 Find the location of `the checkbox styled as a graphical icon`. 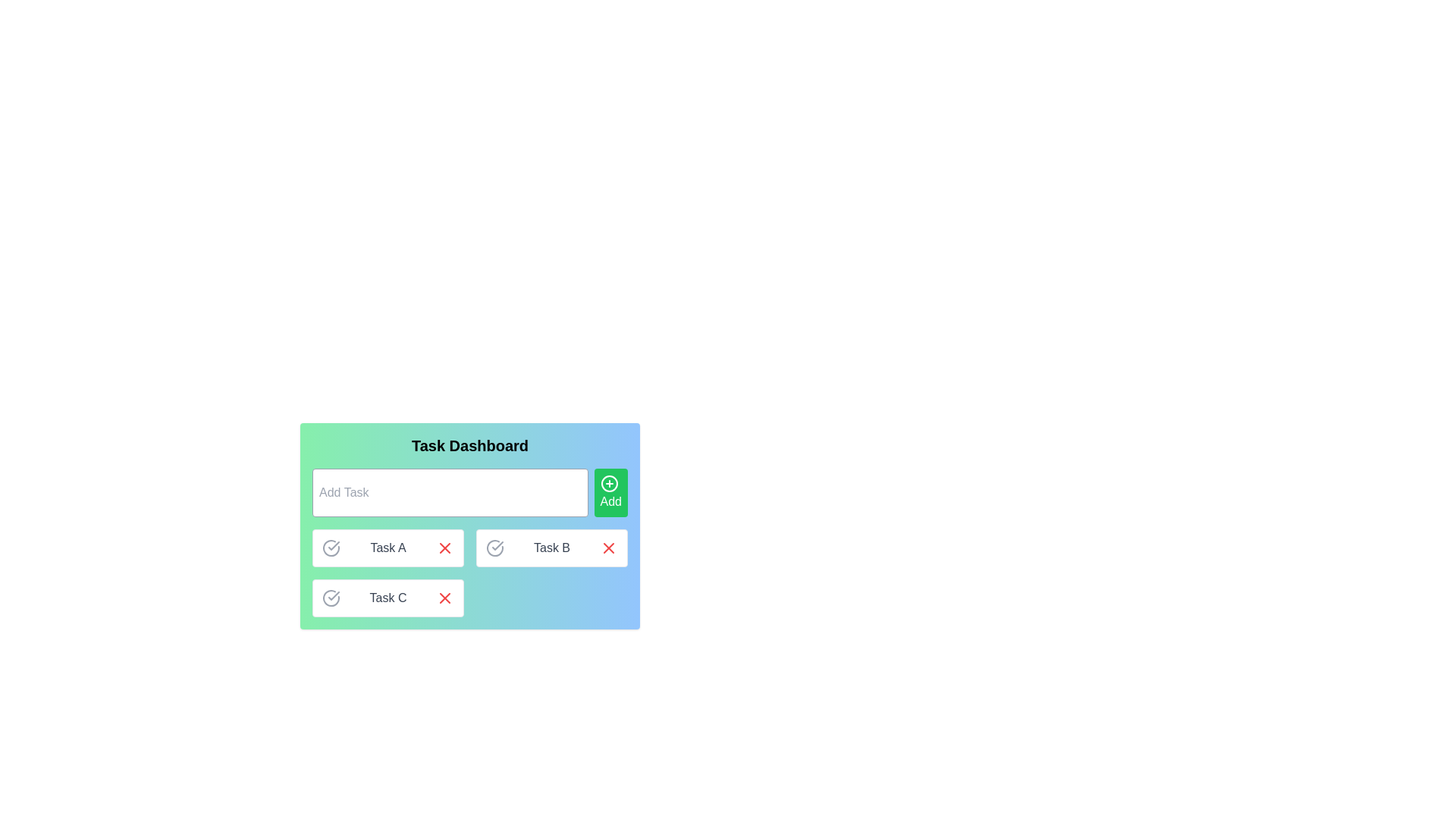

the checkbox styled as a graphical icon is located at coordinates (330, 598).